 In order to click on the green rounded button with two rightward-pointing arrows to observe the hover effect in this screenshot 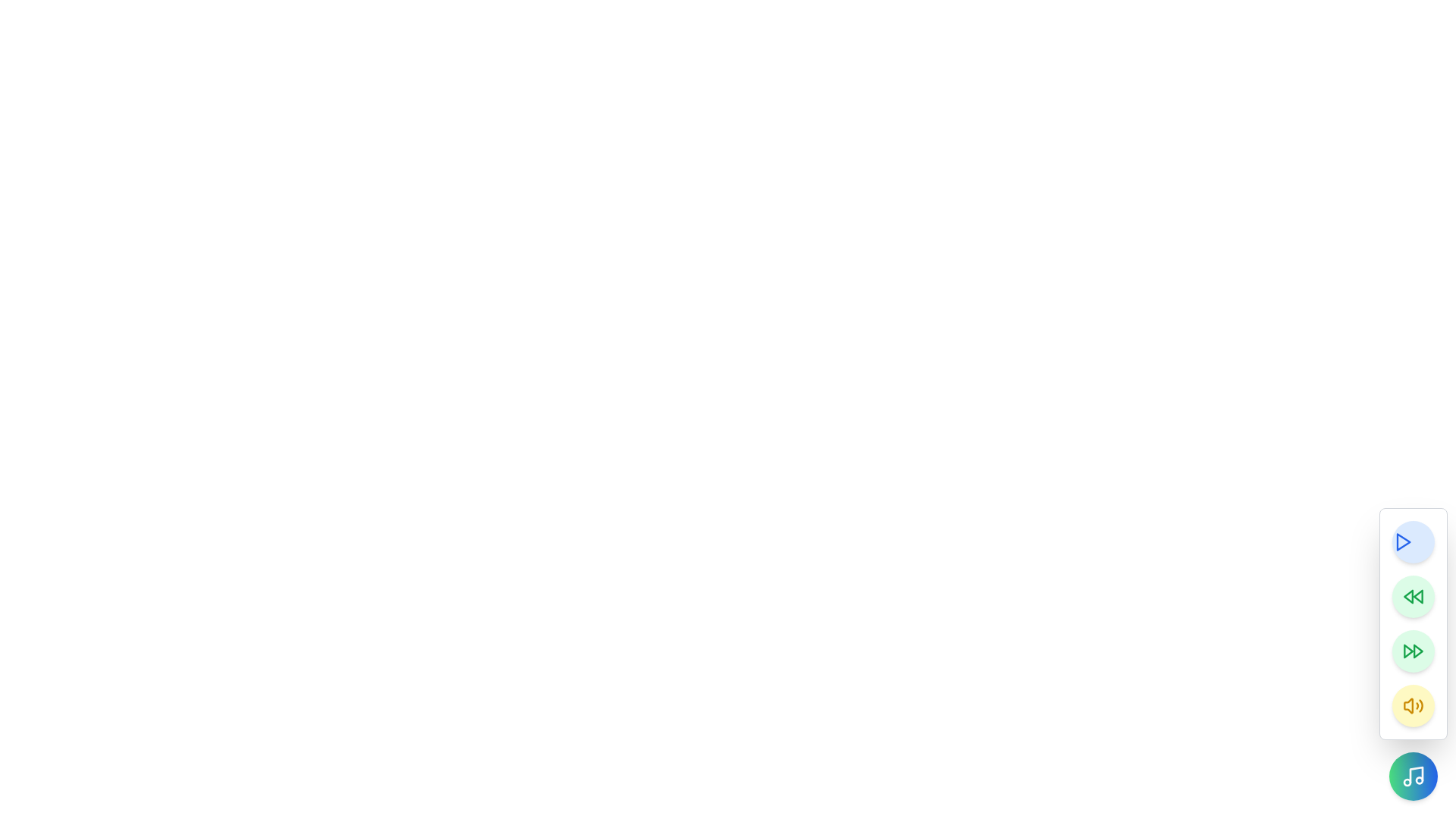, I will do `click(1412, 623)`.